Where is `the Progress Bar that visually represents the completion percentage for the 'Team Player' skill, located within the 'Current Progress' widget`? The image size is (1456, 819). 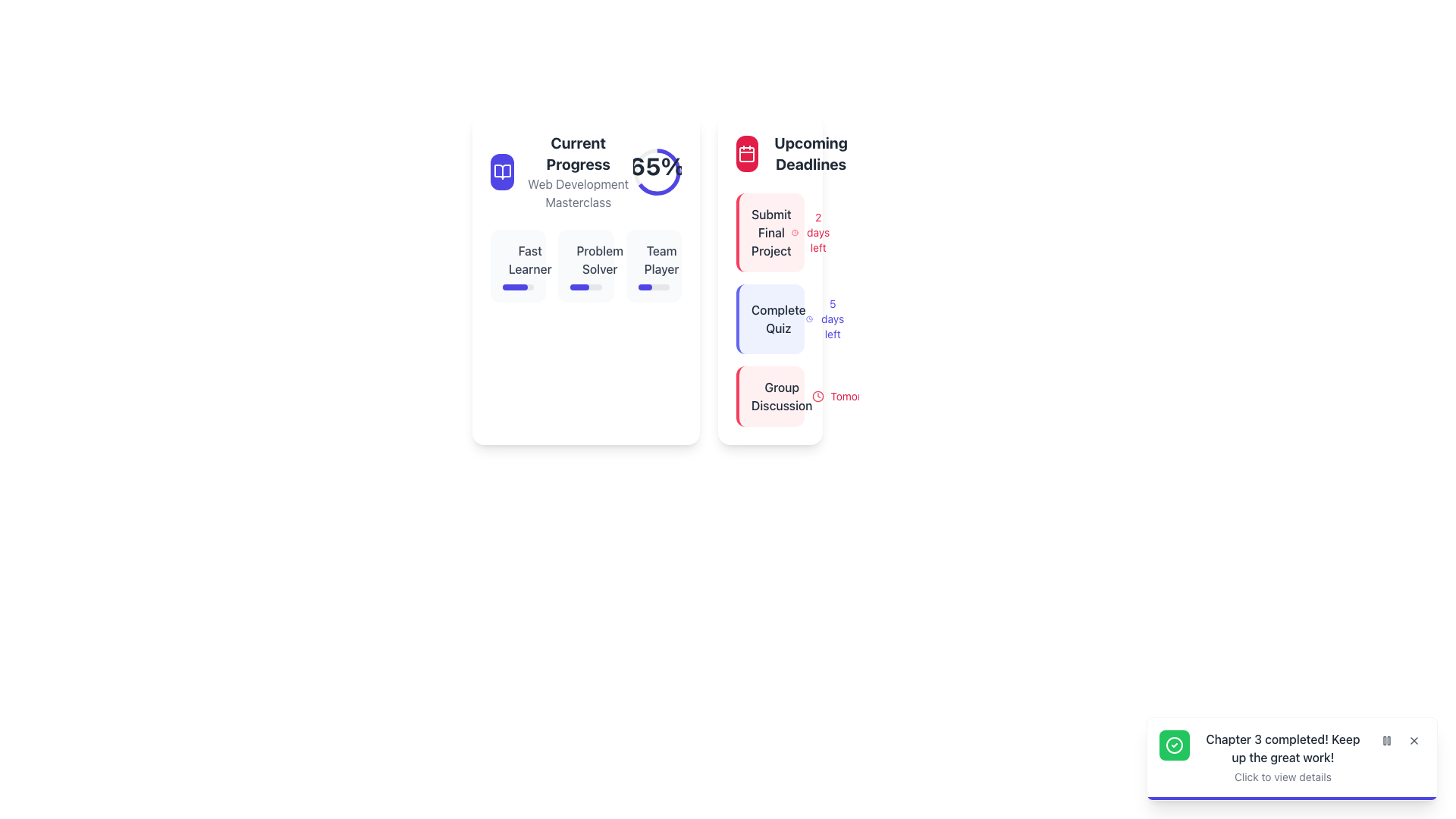
the Progress Bar that visually represents the completion percentage for the 'Team Player' skill, located within the 'Current Progress' widget is located at coordinates (654, 287).